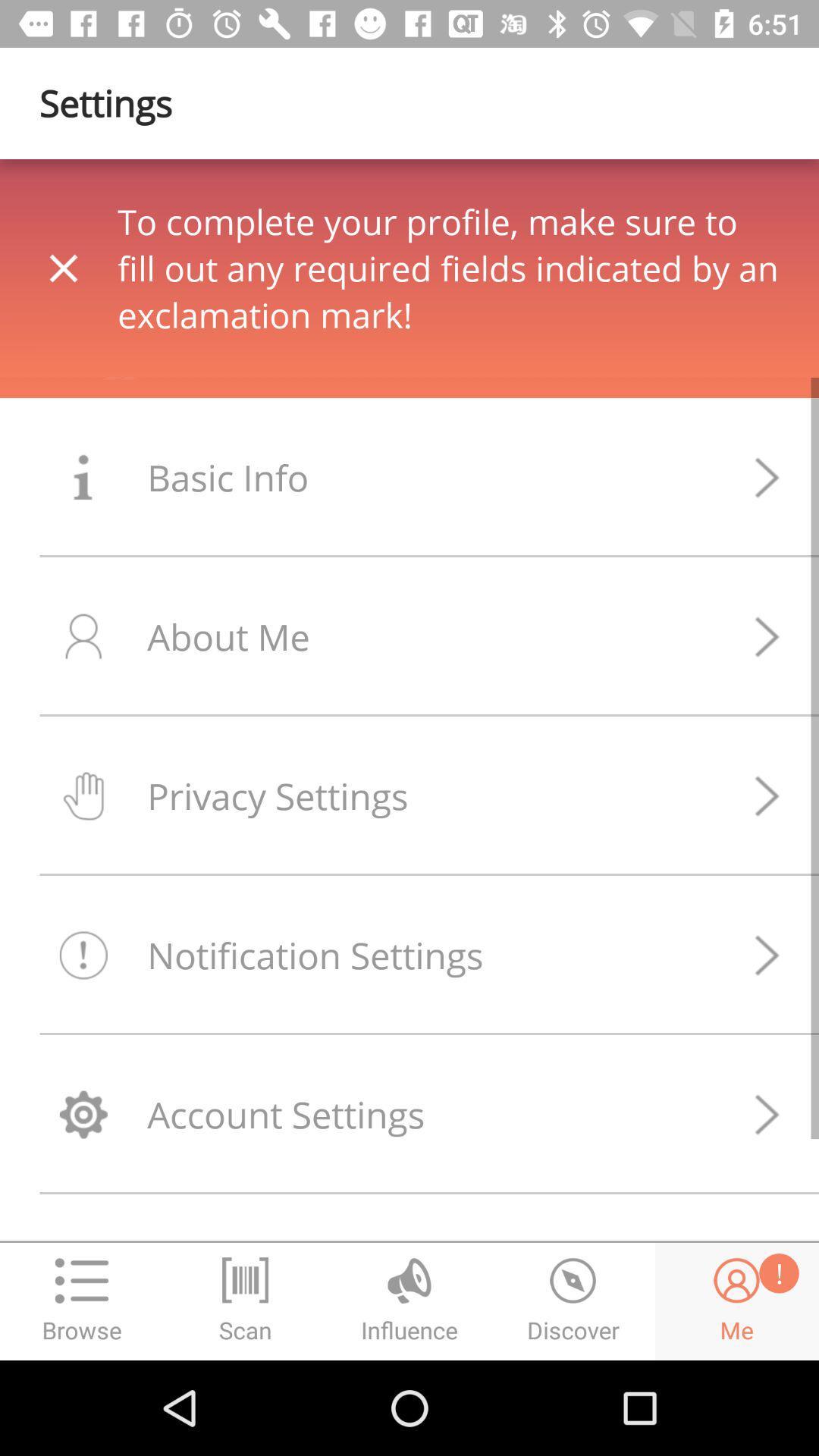 This screenshot has width=819, height=1456. What do you see at coordinates (118, 298) in the screenshot?
I see `the close icon` at bounding box center [118, 298].